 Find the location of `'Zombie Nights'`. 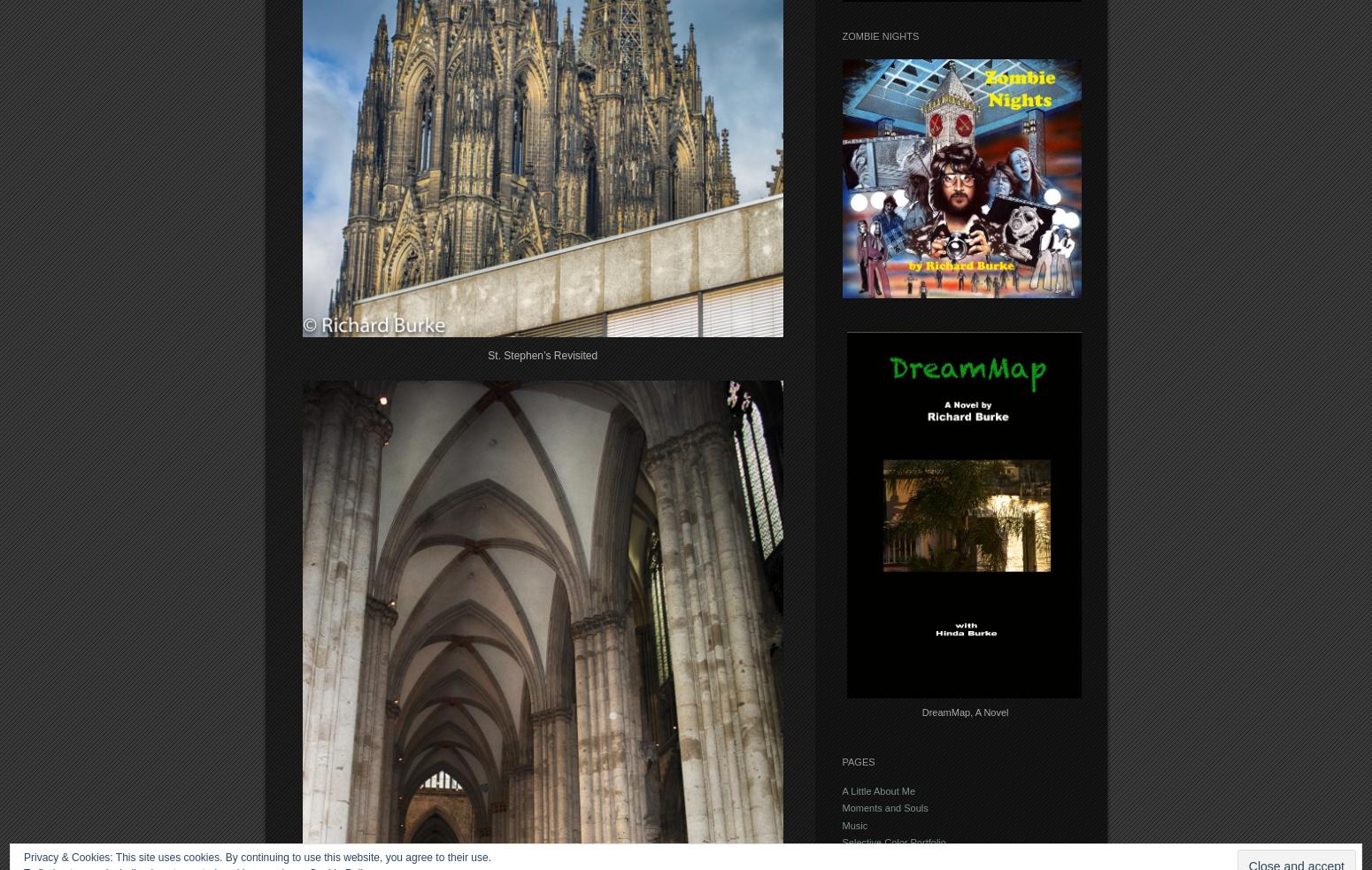

'Zombie Nights' is located at coordinates (879, 35).